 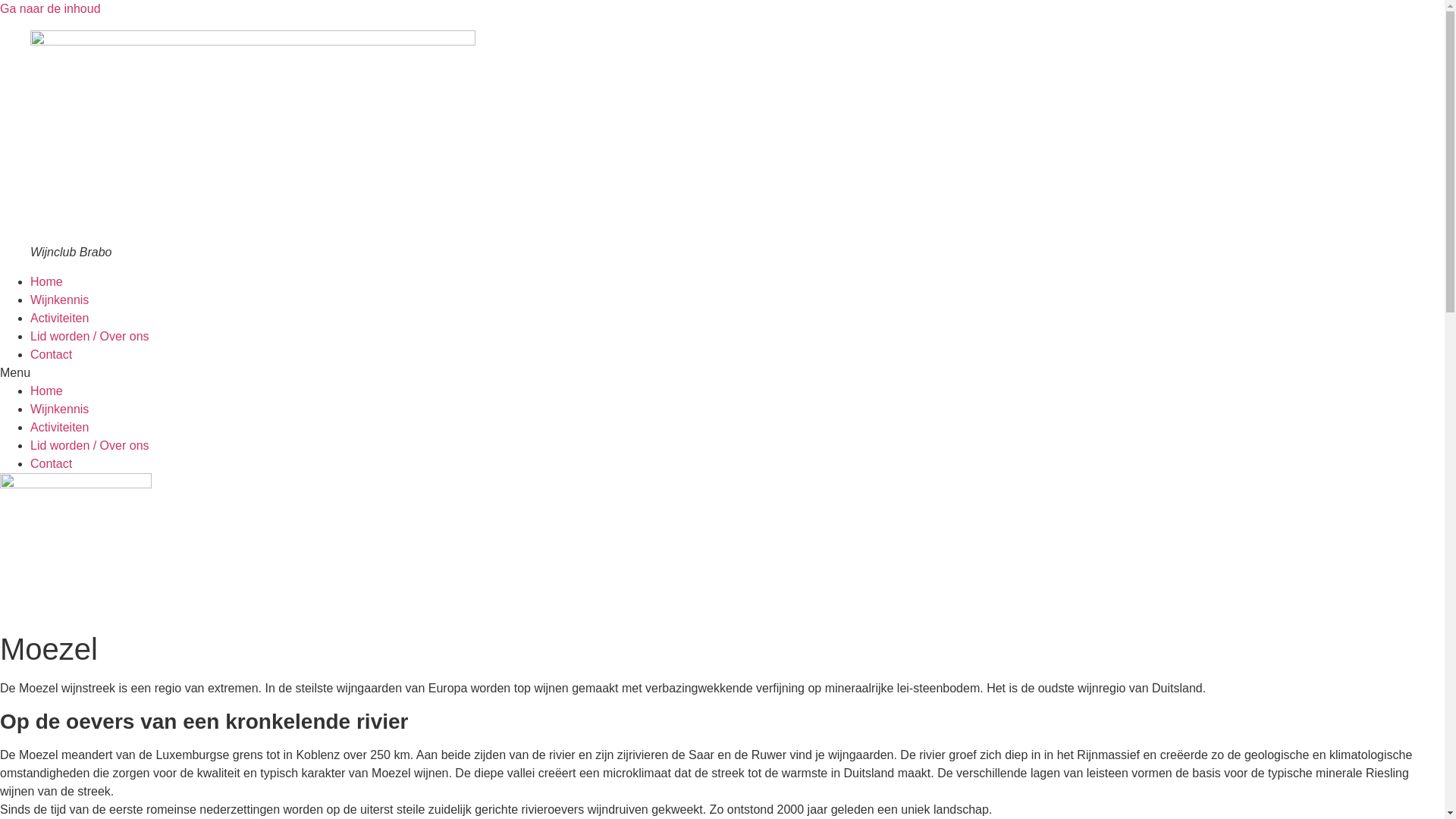 I want to click on 'Activiteiten', so click(x=59, y=317).